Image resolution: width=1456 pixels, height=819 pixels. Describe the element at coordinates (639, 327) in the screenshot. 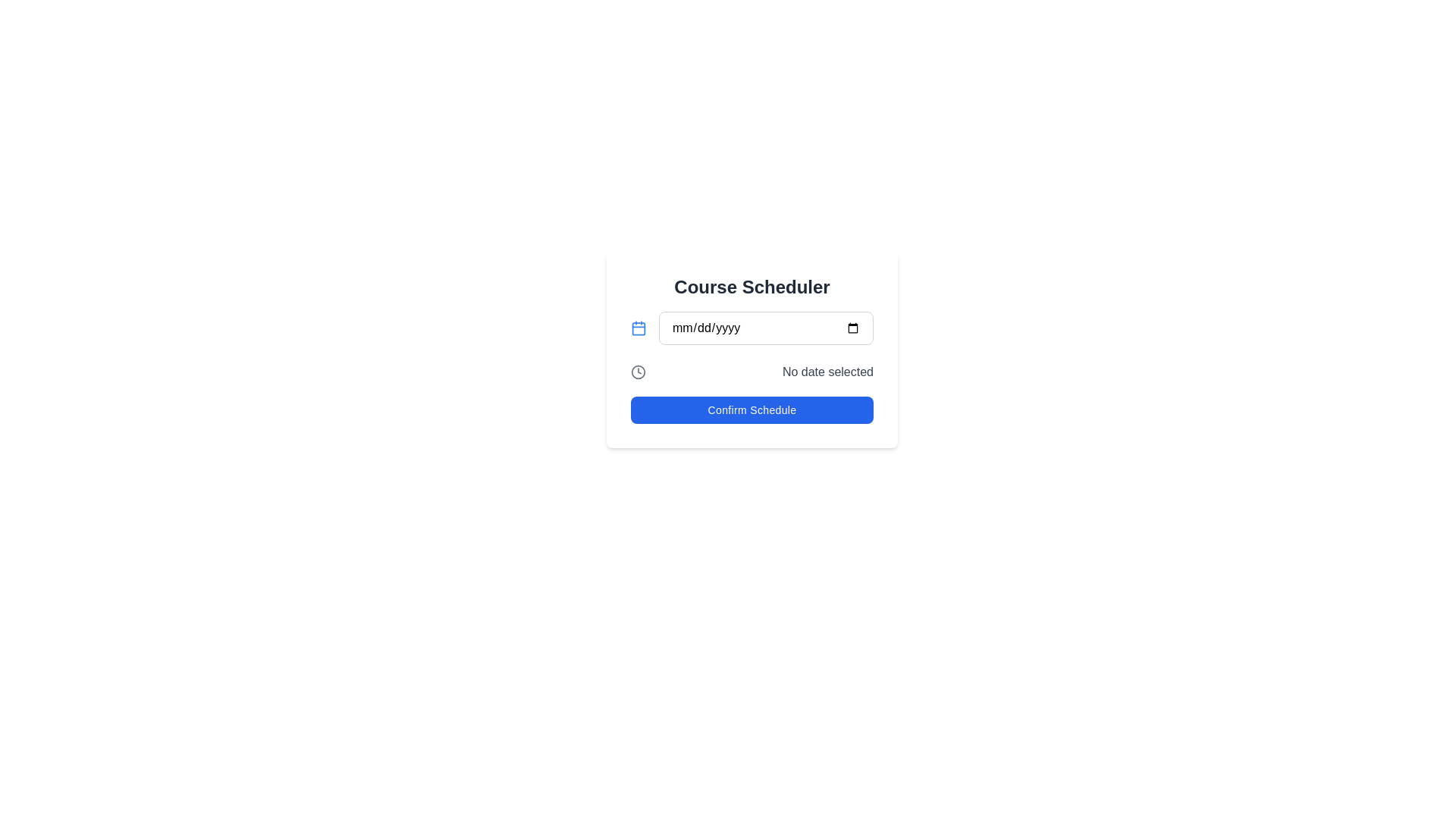

I see `the leftmost calendar icon` at that location.